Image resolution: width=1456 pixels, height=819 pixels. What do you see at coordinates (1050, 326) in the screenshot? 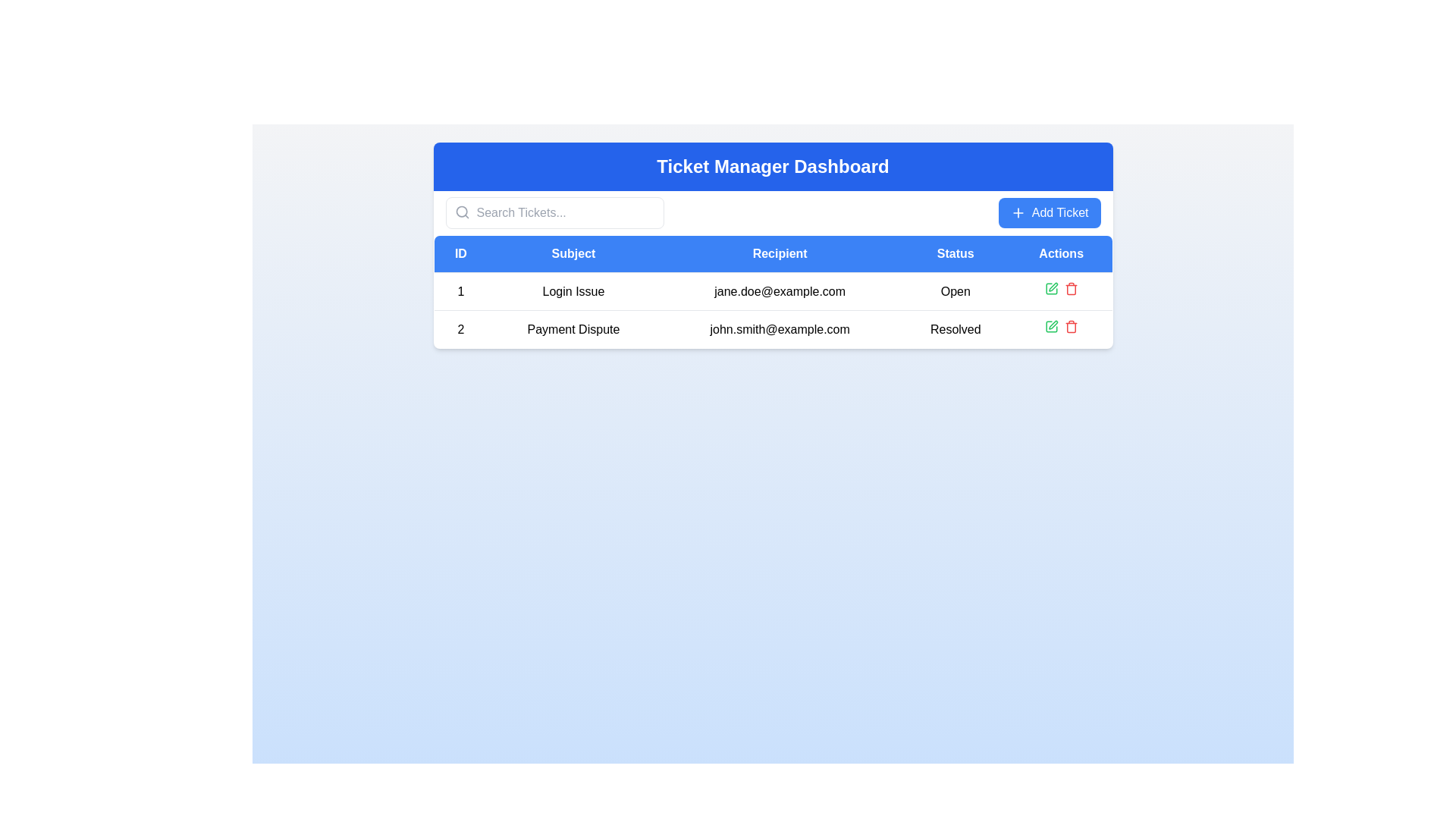
I see `the corner-shaped icon in the Actions column of the ticket system, located in the first row of the ticket table` at bounding box center [1050, 326].